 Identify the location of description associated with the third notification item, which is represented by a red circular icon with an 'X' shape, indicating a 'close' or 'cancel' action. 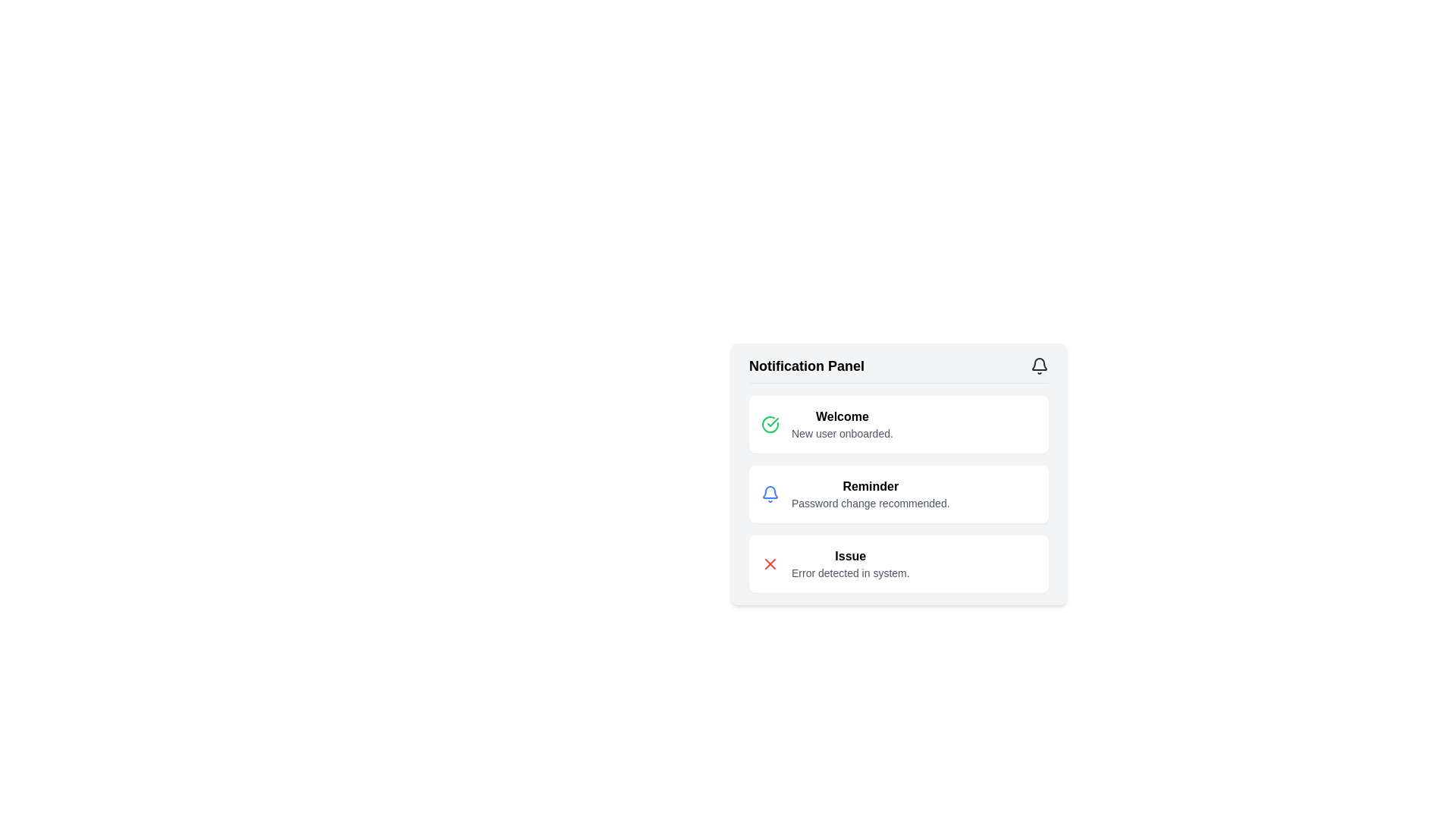
(770, 564).